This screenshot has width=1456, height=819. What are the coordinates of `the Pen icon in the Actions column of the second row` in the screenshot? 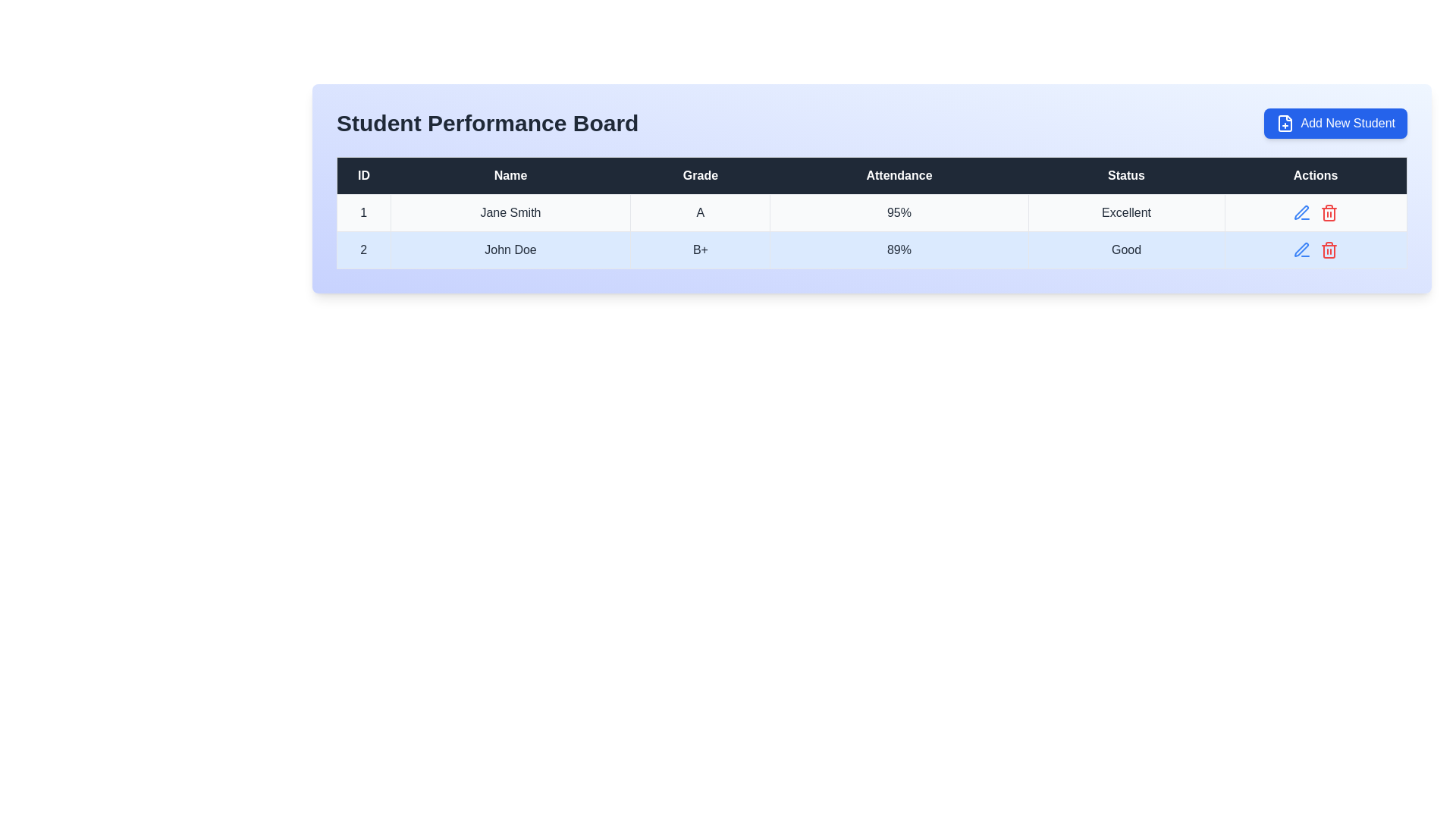 It's located at (1301, 249).